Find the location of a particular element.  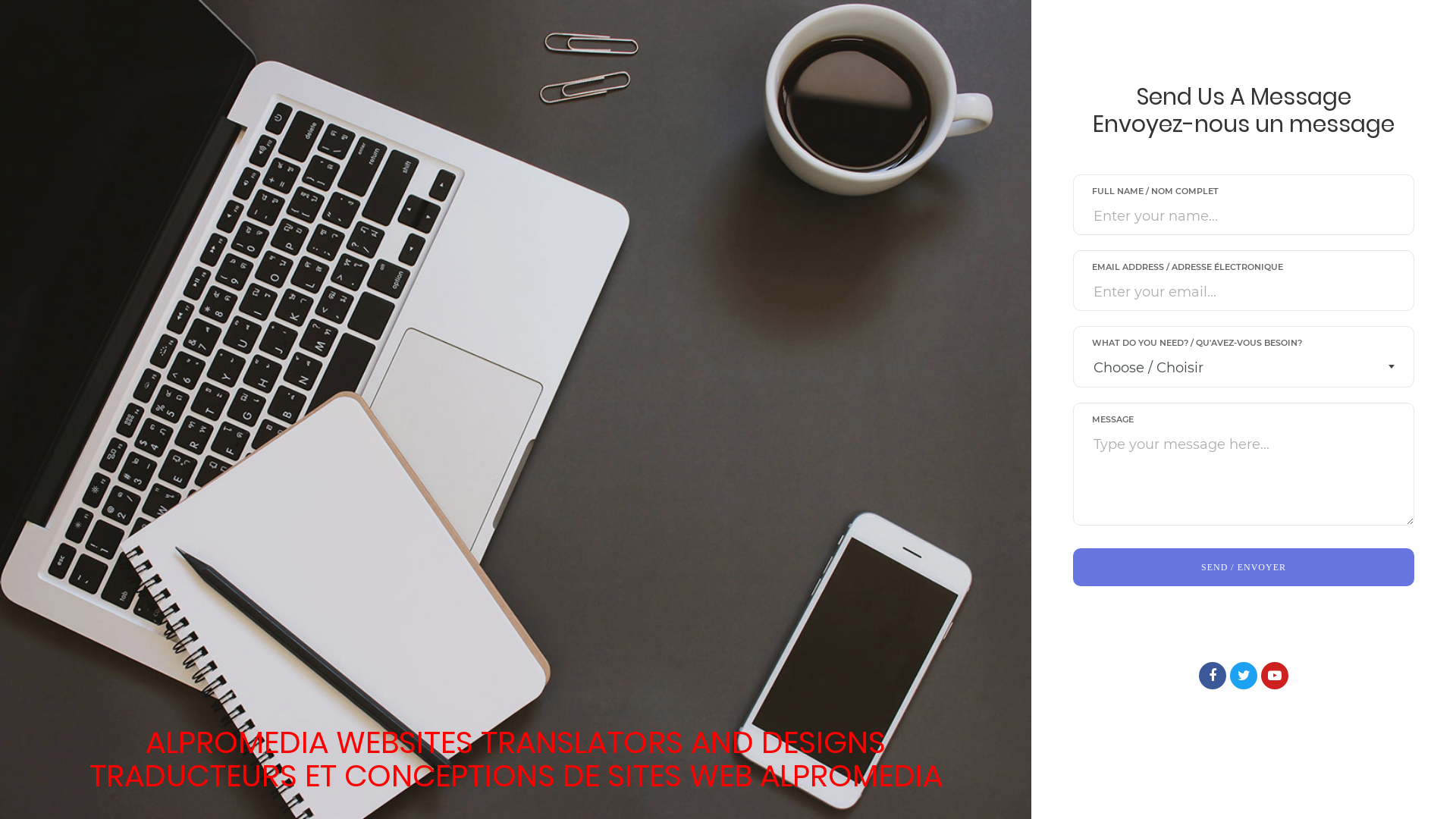

'SEND / ENVOYER' is located at coordinates (1244, 567).